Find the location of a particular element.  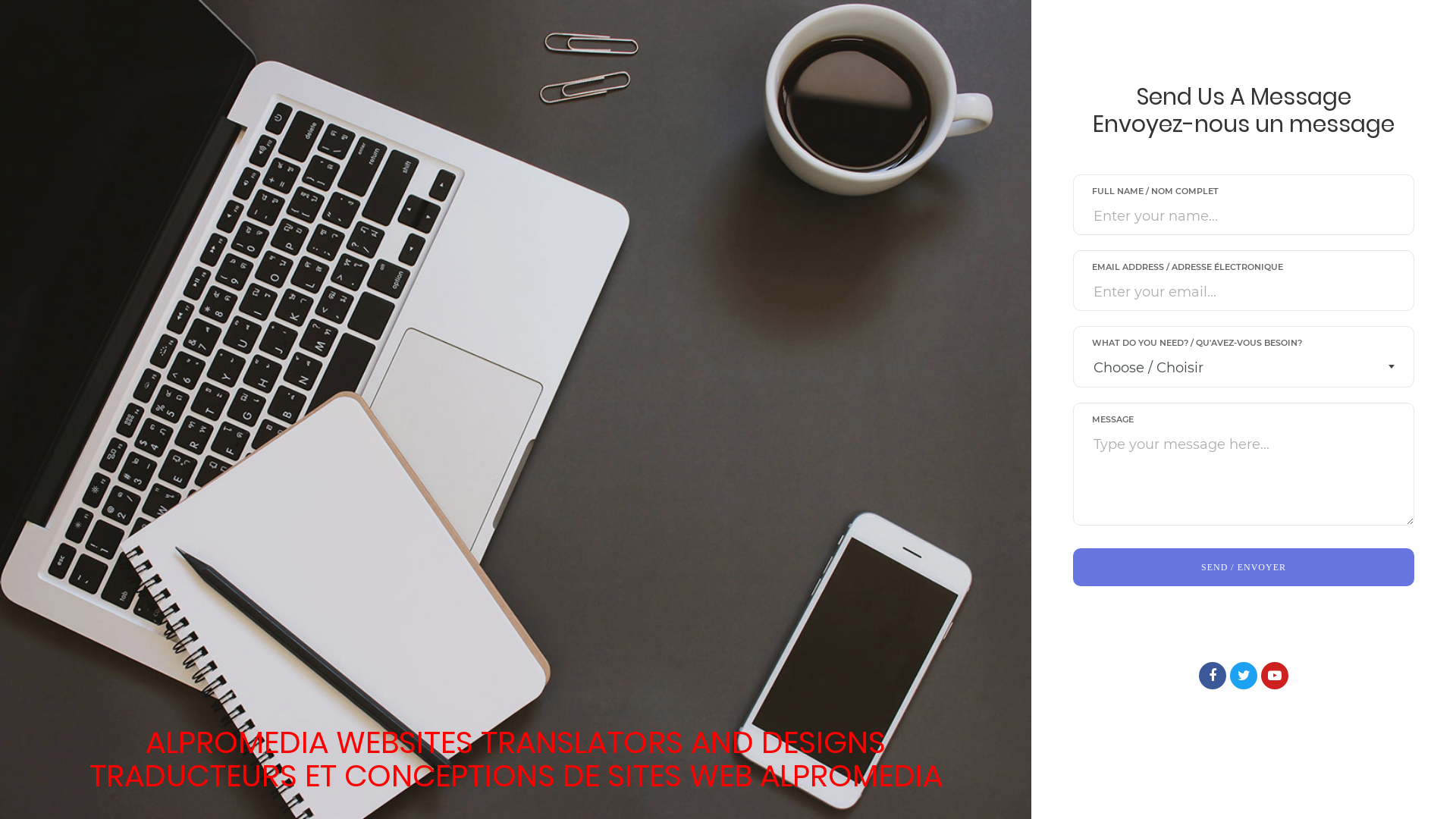

'SEND / ENVOYER' is located at coordinates (1244, 567).